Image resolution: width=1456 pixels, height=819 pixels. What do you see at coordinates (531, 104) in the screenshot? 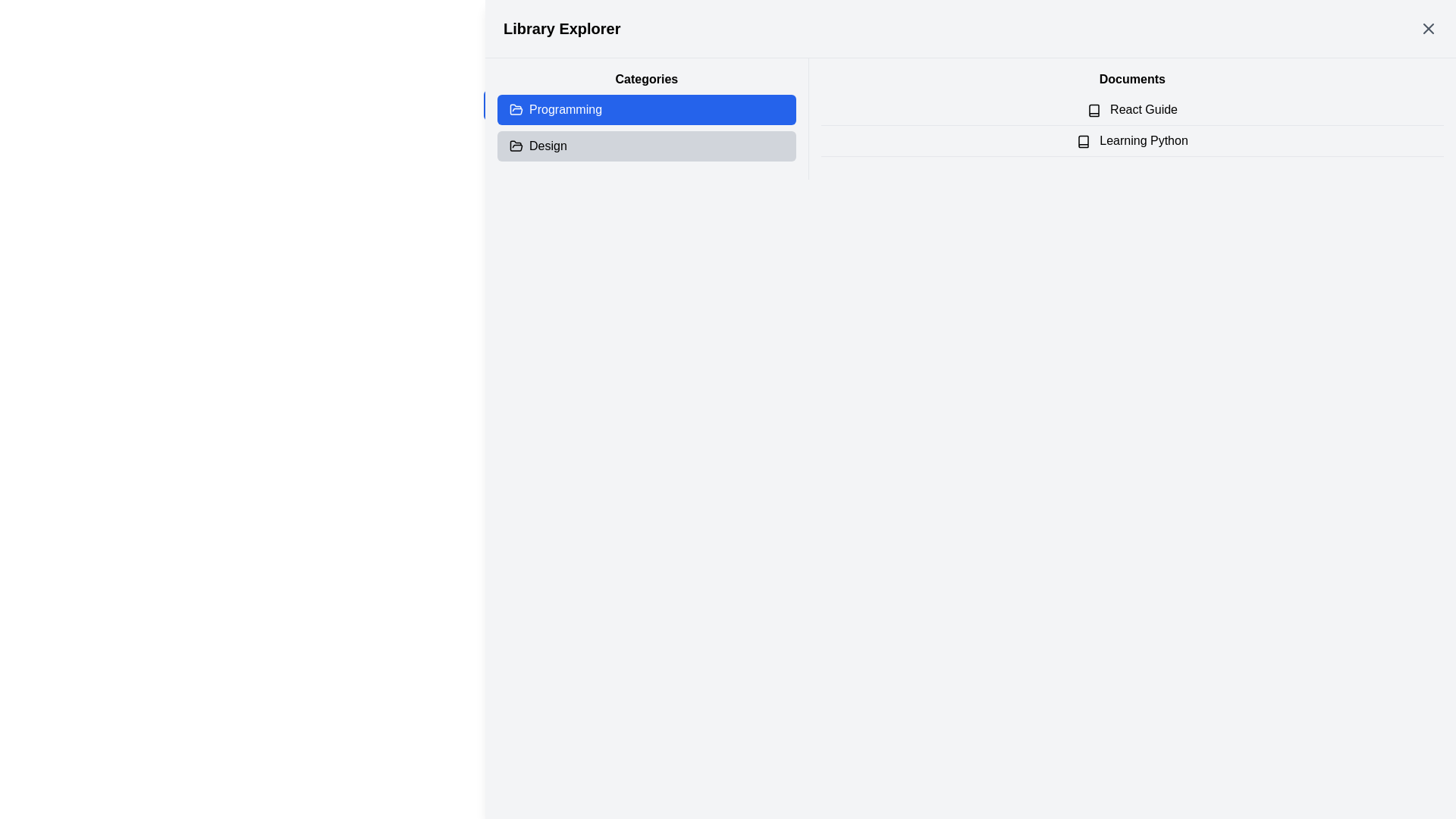
I see `the close button located in the top center area of the library explorer interface` at bounding box center [531, 104].